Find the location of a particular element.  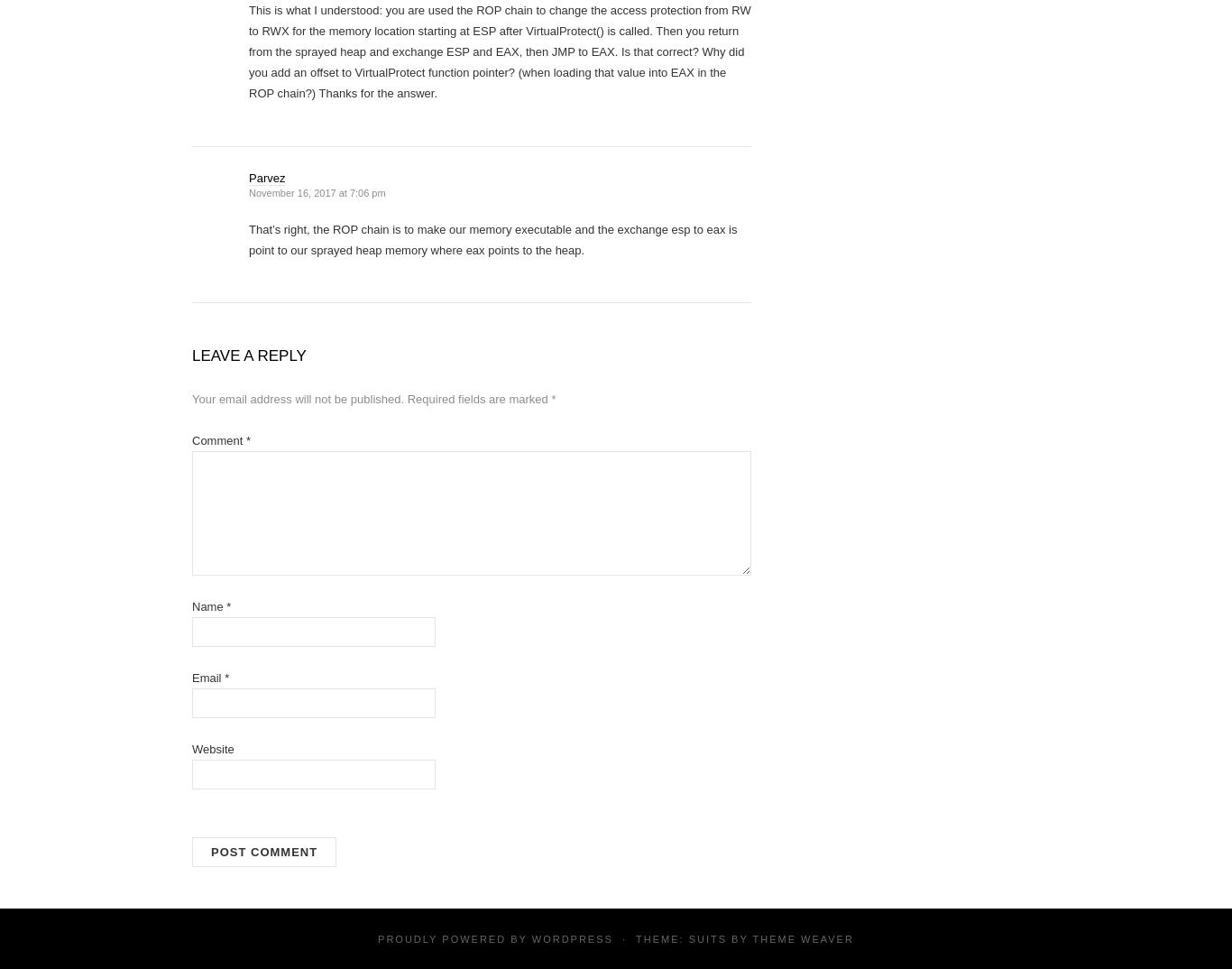

'Comment' is located at coordinates (218, 439).